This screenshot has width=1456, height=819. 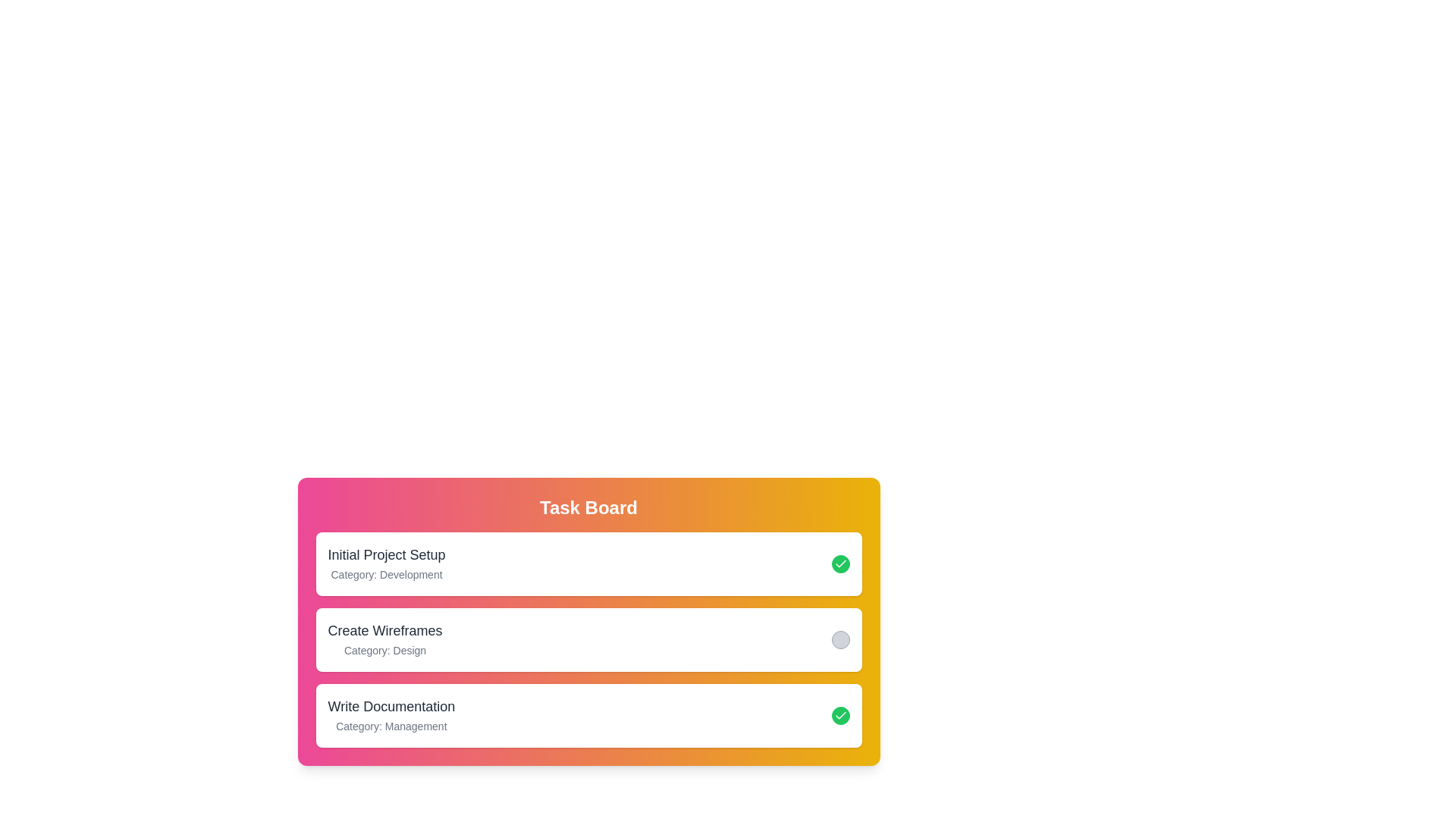 I want to click on the task item Write Documentation to observe its hover effect, so click(x=588, y=716).